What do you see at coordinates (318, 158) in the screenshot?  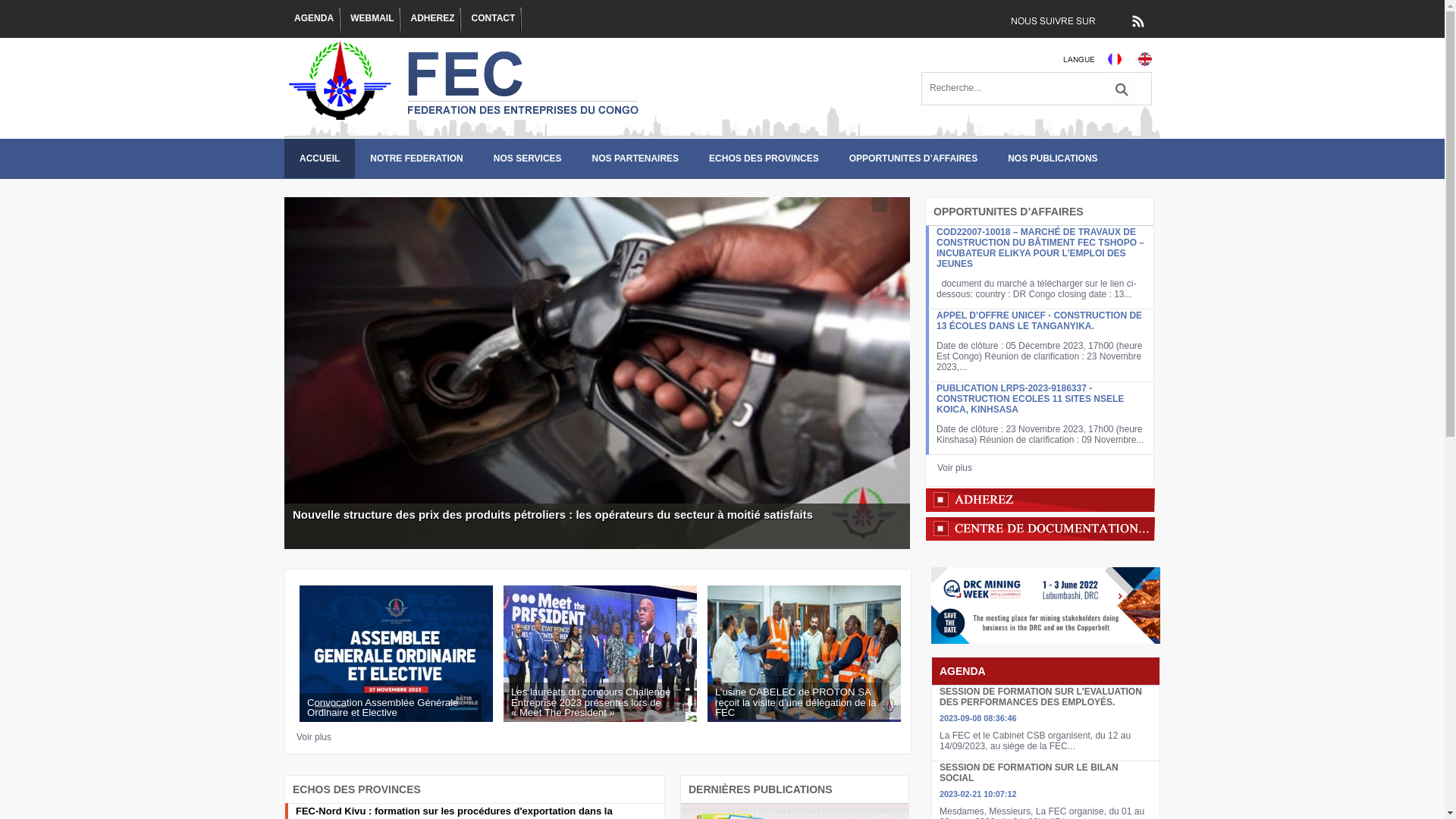 I see `'ACCUEIL'` at bounding box center [318, 158].